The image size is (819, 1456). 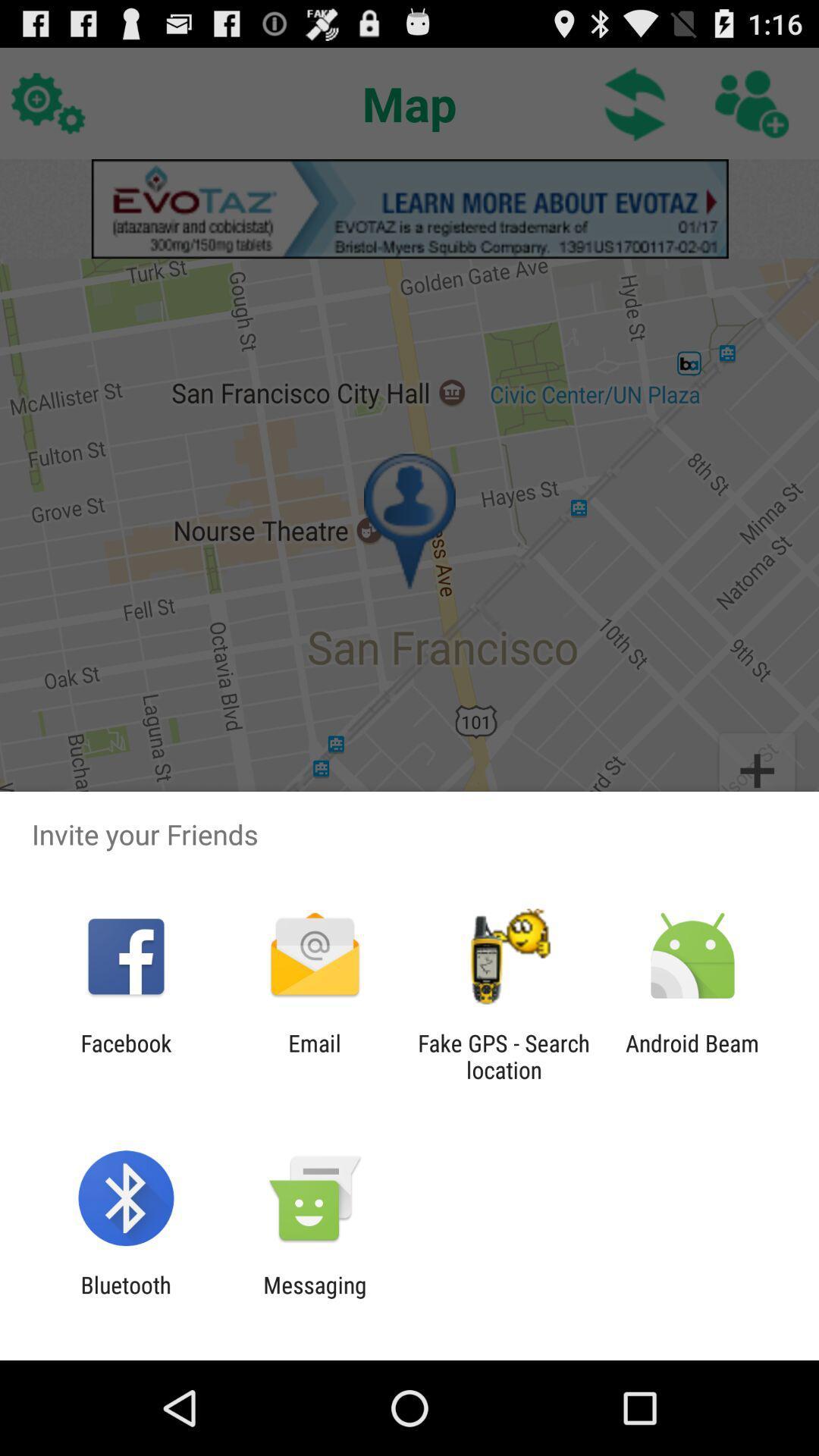 I want to click on the icon to the left of the email item, so click(x=125, y=1056).